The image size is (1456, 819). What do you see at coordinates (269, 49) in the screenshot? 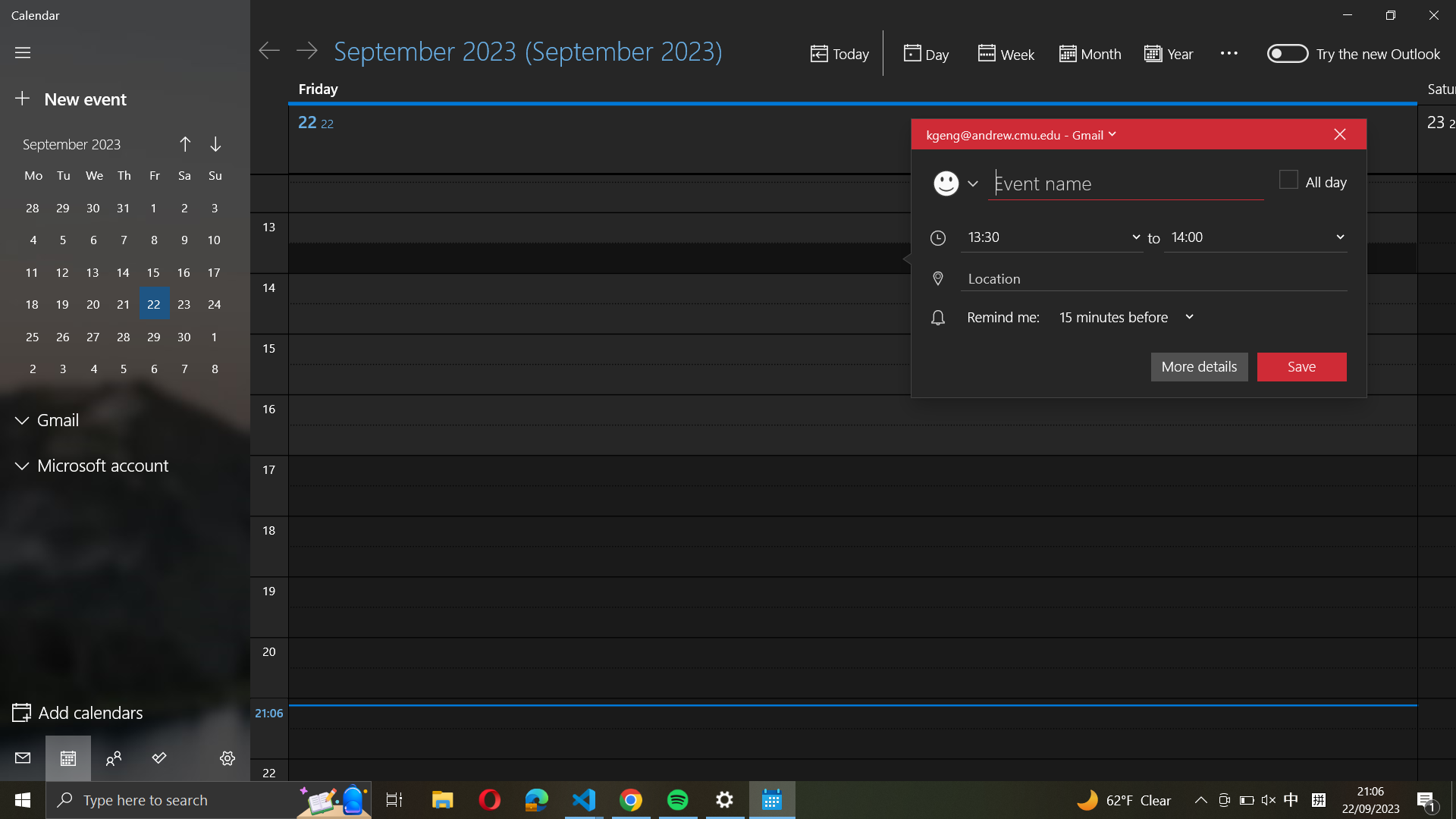
I see `two clicks on the "Previous Day" button to access the day before yesterday"s date` at bounding box center [269, 49].